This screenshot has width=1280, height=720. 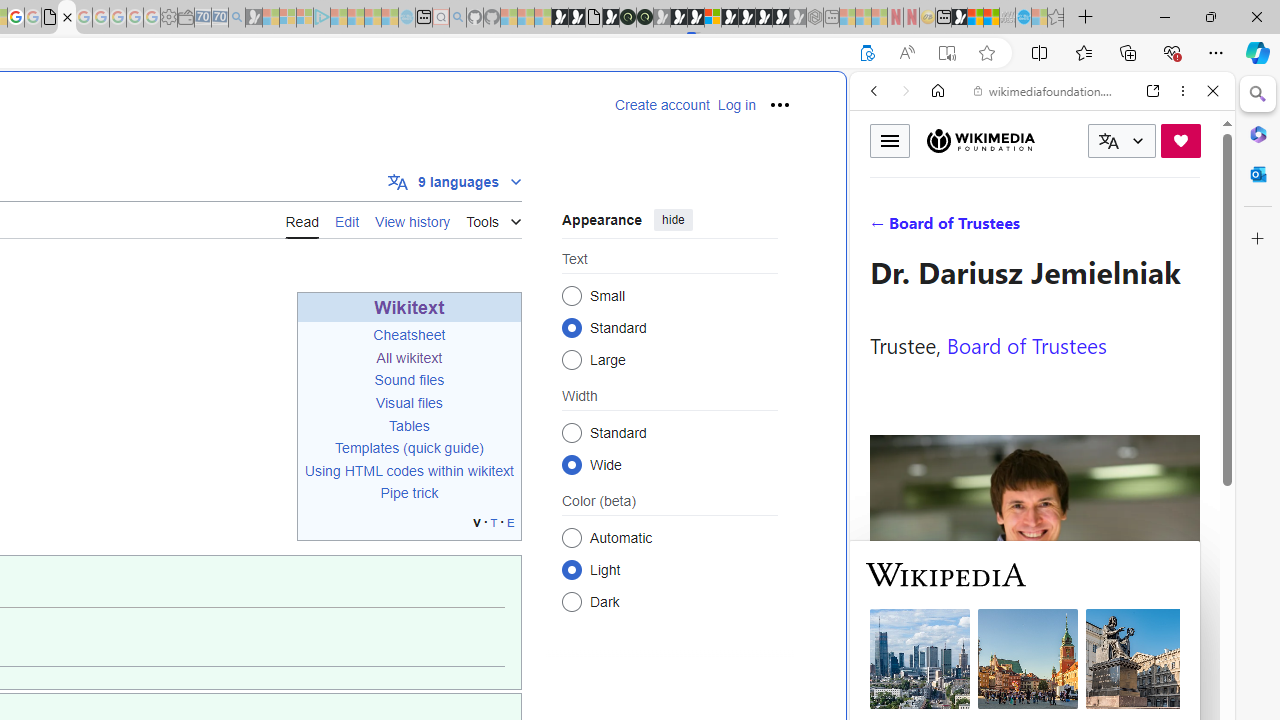 What do you see at coordinates (408, 307) in the screenshot?
I see `'Wikitext'` at bounding box center [408, 307].